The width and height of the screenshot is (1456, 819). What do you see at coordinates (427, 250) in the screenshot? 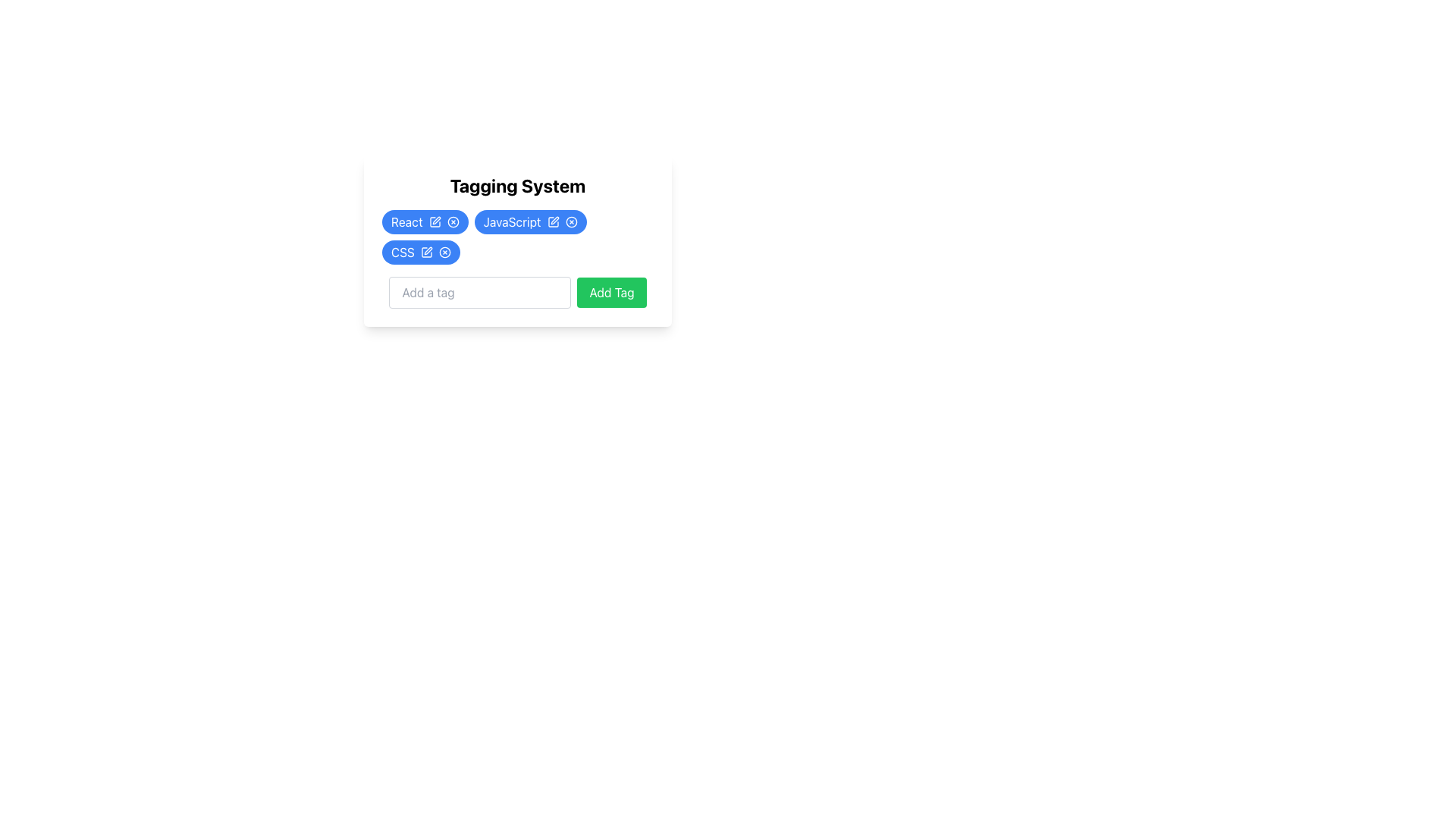
I see `the edit icon associated with the 'CSS' tag` at bounding box center [427, 250].